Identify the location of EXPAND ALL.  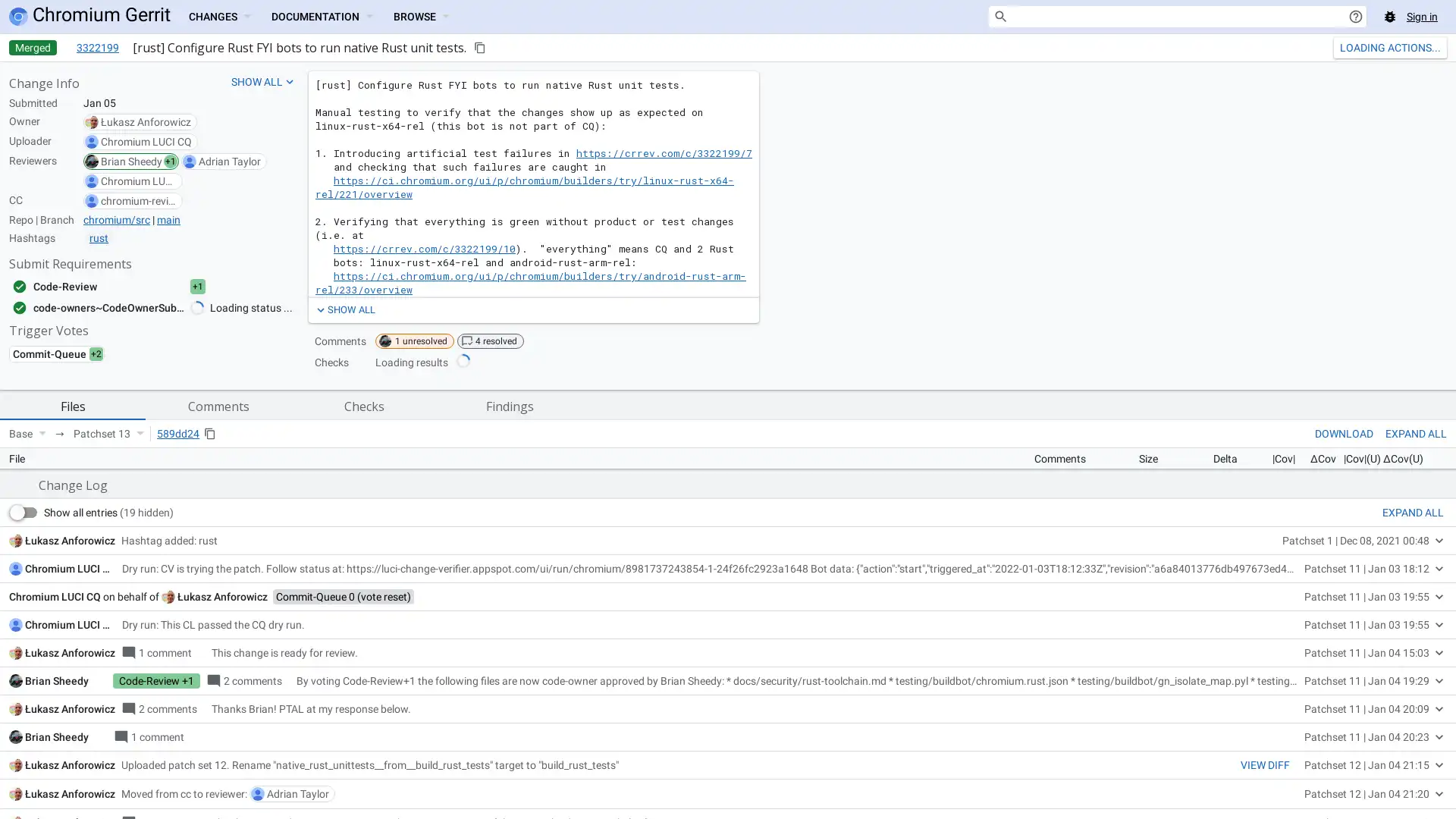
(1415, 433).